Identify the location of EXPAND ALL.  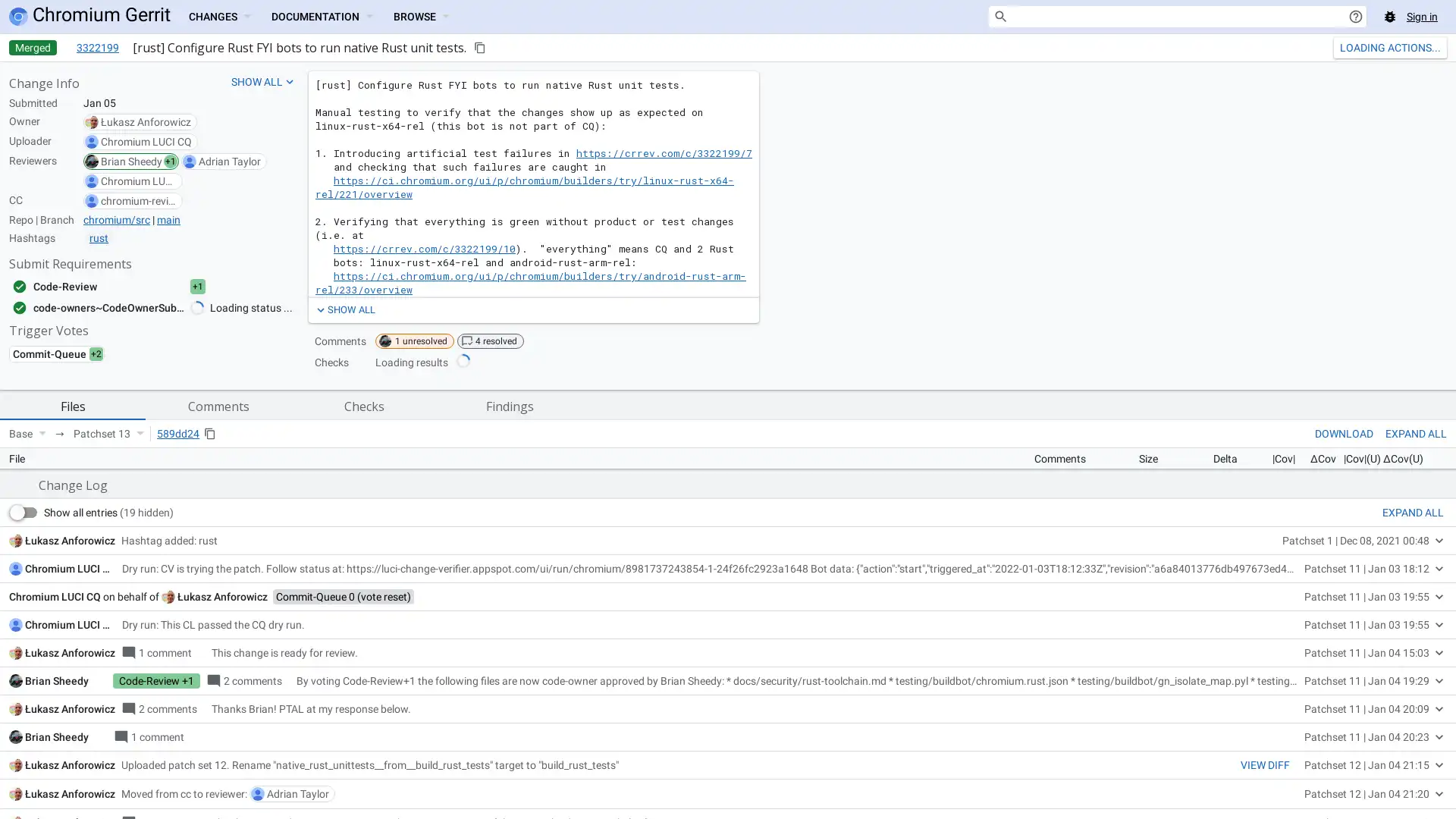
(1415, 433).